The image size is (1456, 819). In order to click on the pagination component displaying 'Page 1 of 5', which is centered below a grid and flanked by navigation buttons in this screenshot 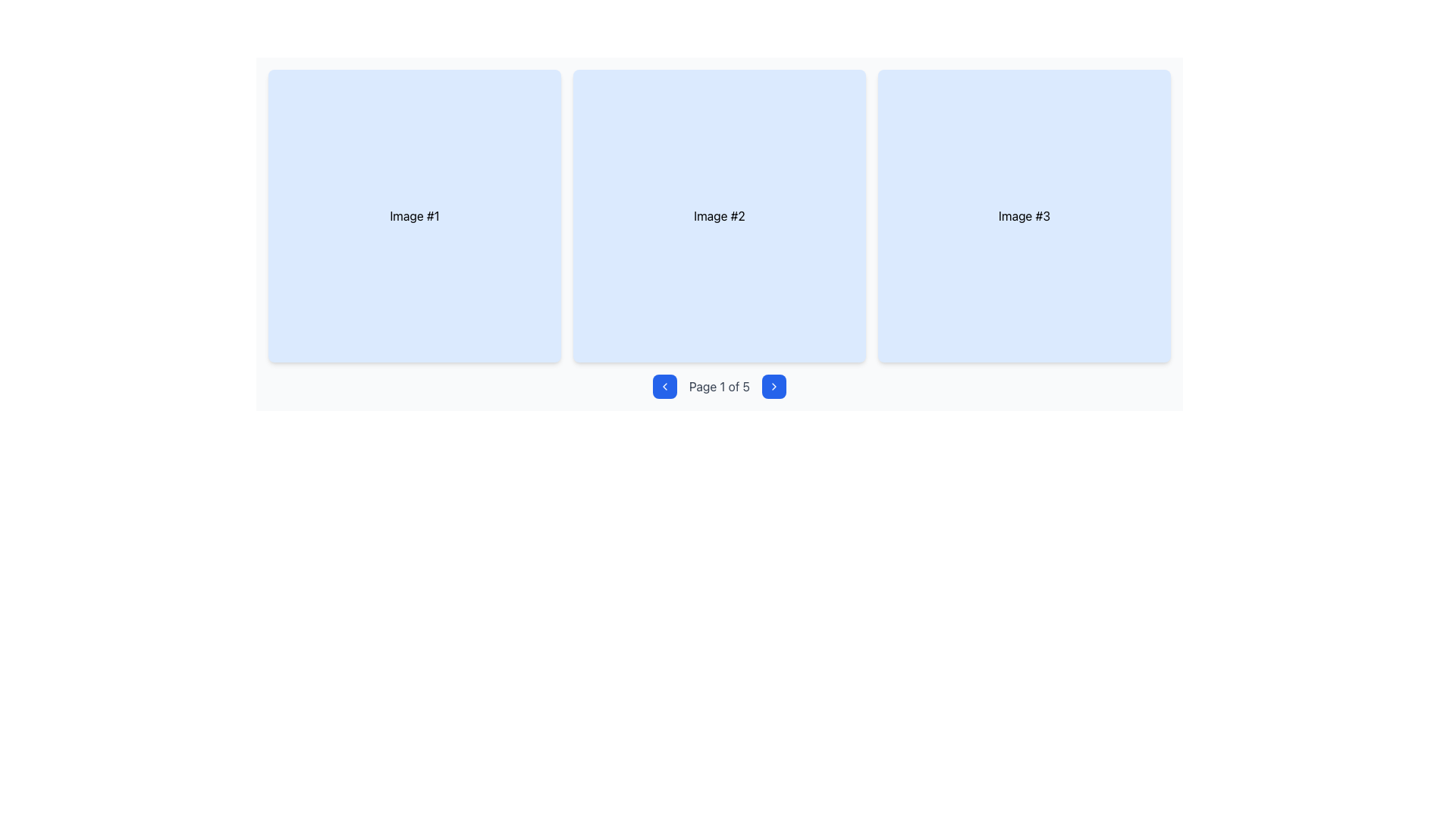, I will do `click(719, 385)`.